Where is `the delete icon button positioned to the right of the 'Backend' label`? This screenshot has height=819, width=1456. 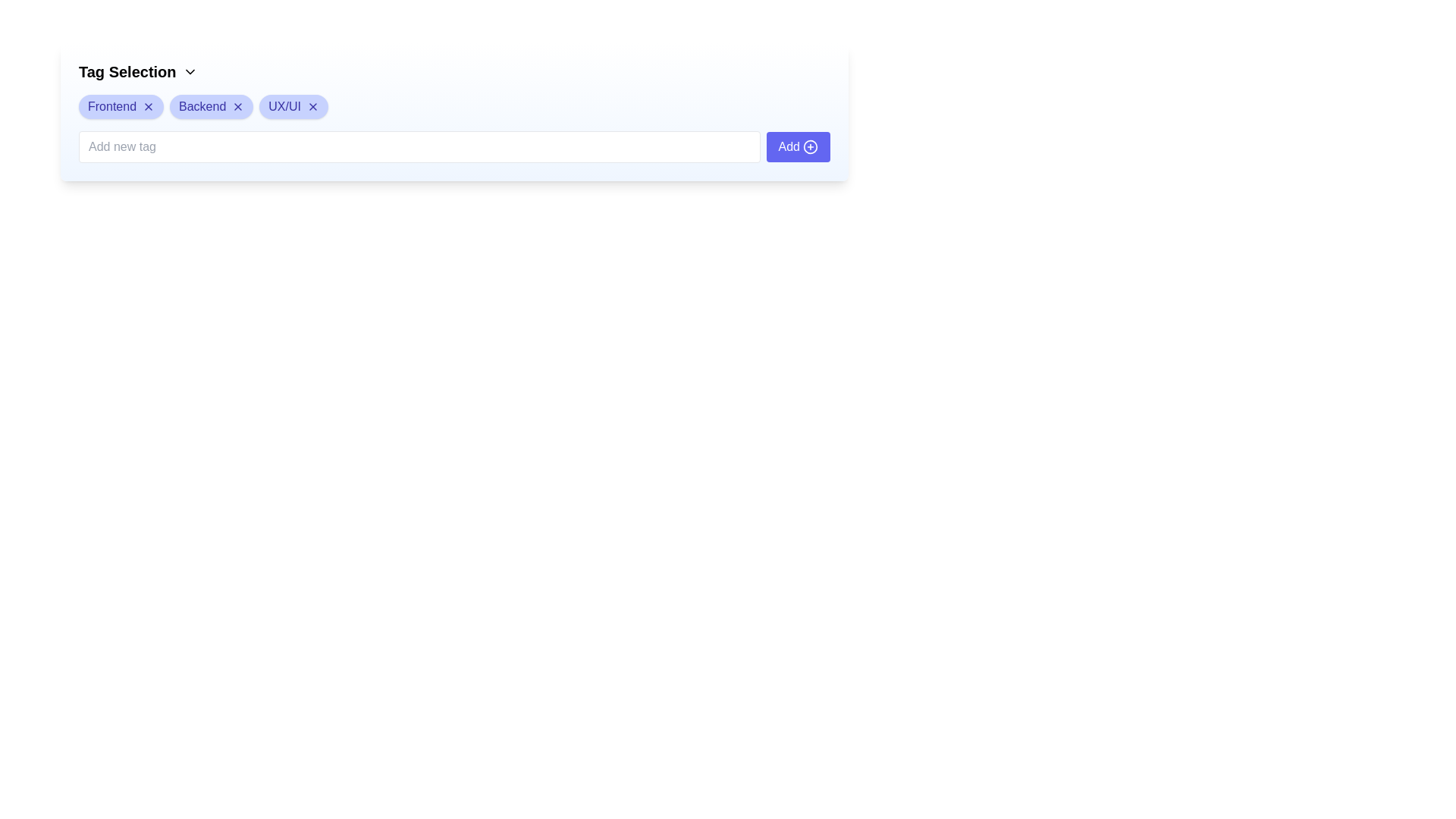 the delete icon button positioned to the right of the 'Backend' label is located at coordinates (237, 106).